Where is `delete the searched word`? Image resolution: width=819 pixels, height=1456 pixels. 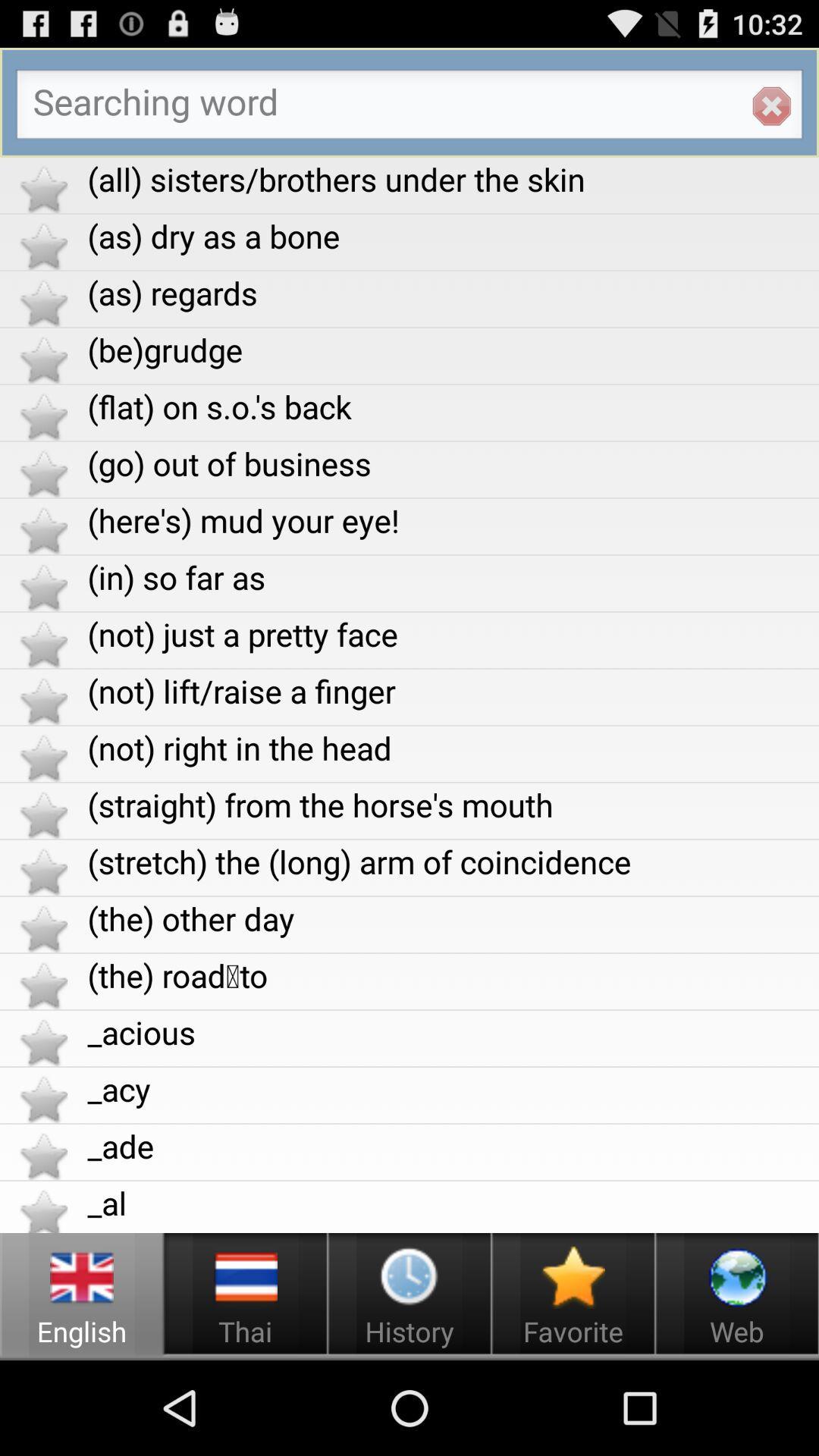
delete the searched word is located at coordinates (771, 105).